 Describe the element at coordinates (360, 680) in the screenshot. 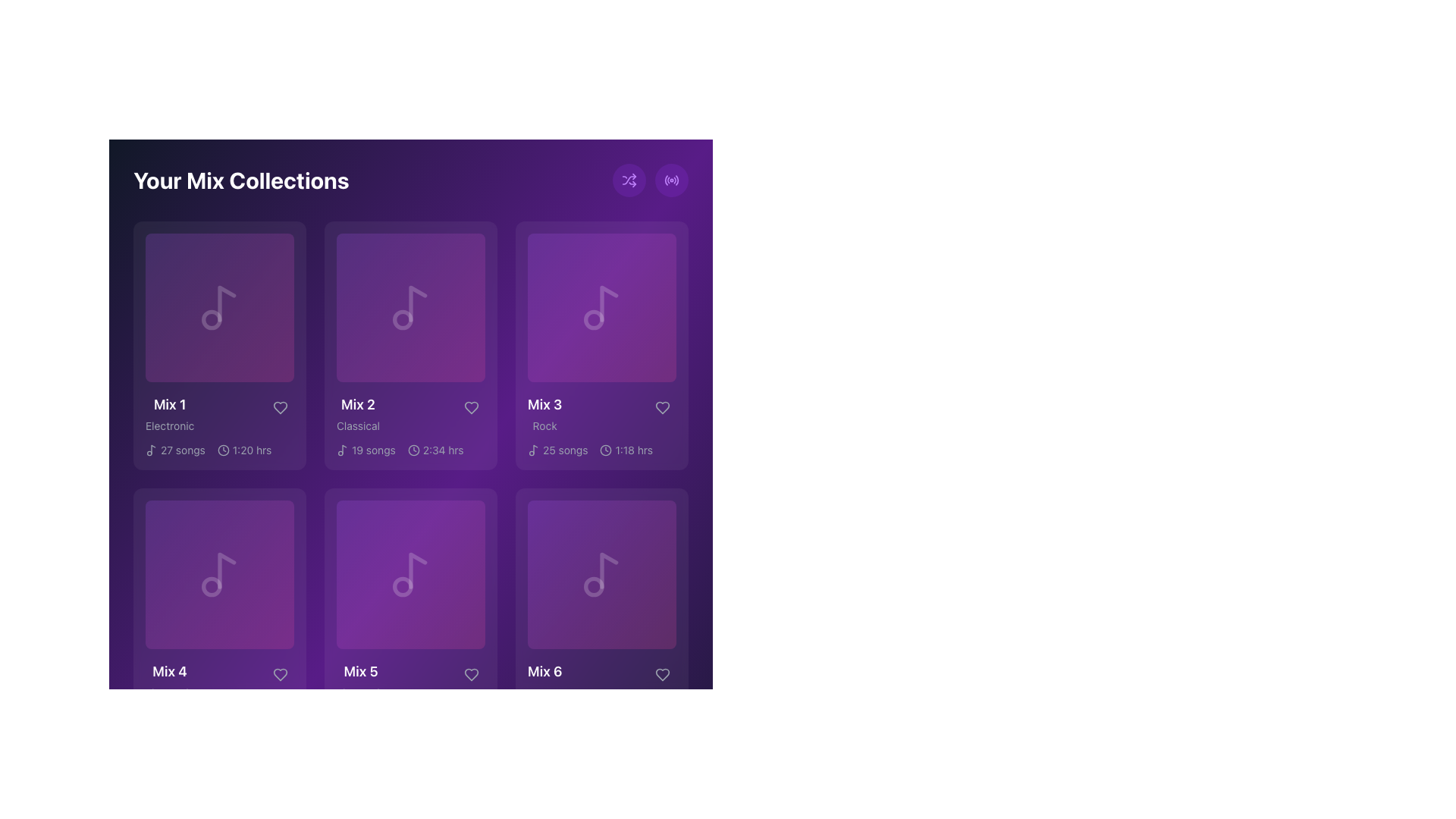

I see `text from the Text Label indicating the music mix card's name and genre, located in the second row and second column of the 'Your Mix Collections' grid layout, directly above the 'Mix 5' label and 'Electronic' description` at that location.